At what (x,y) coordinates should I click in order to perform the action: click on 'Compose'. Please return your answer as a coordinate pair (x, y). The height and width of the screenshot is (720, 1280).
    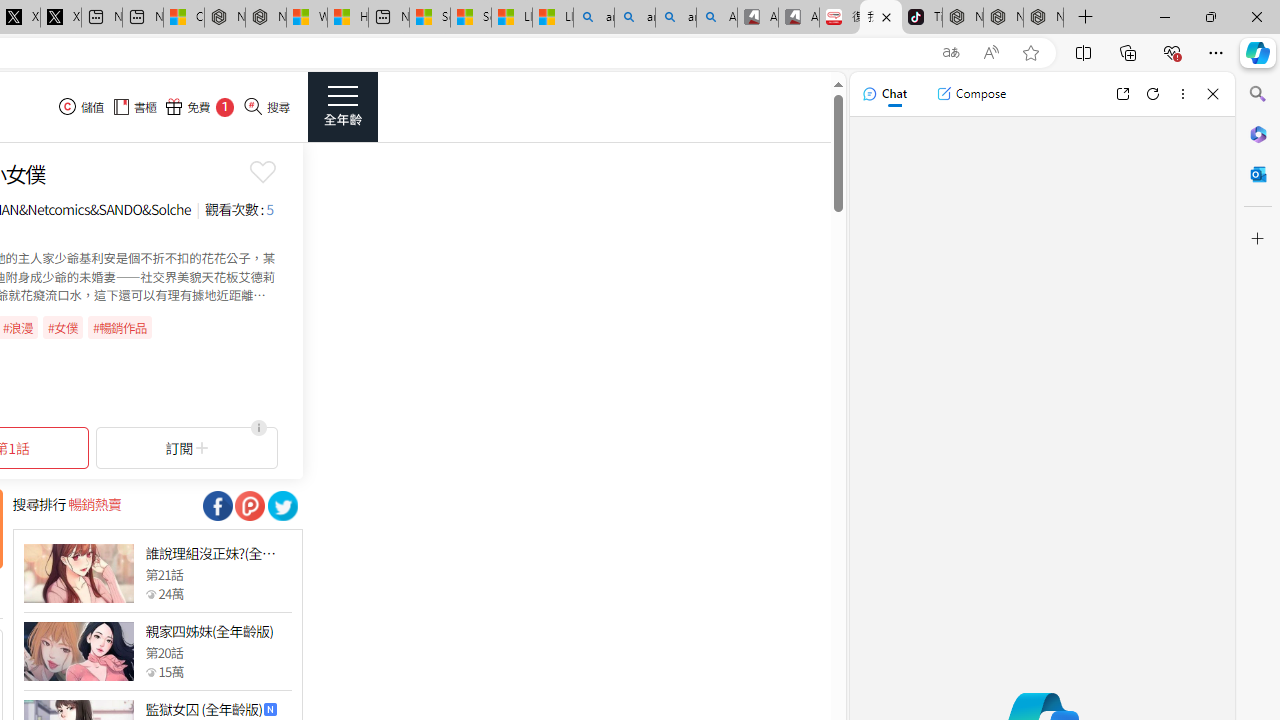
    Looking at the image, I should click on (971, 93).